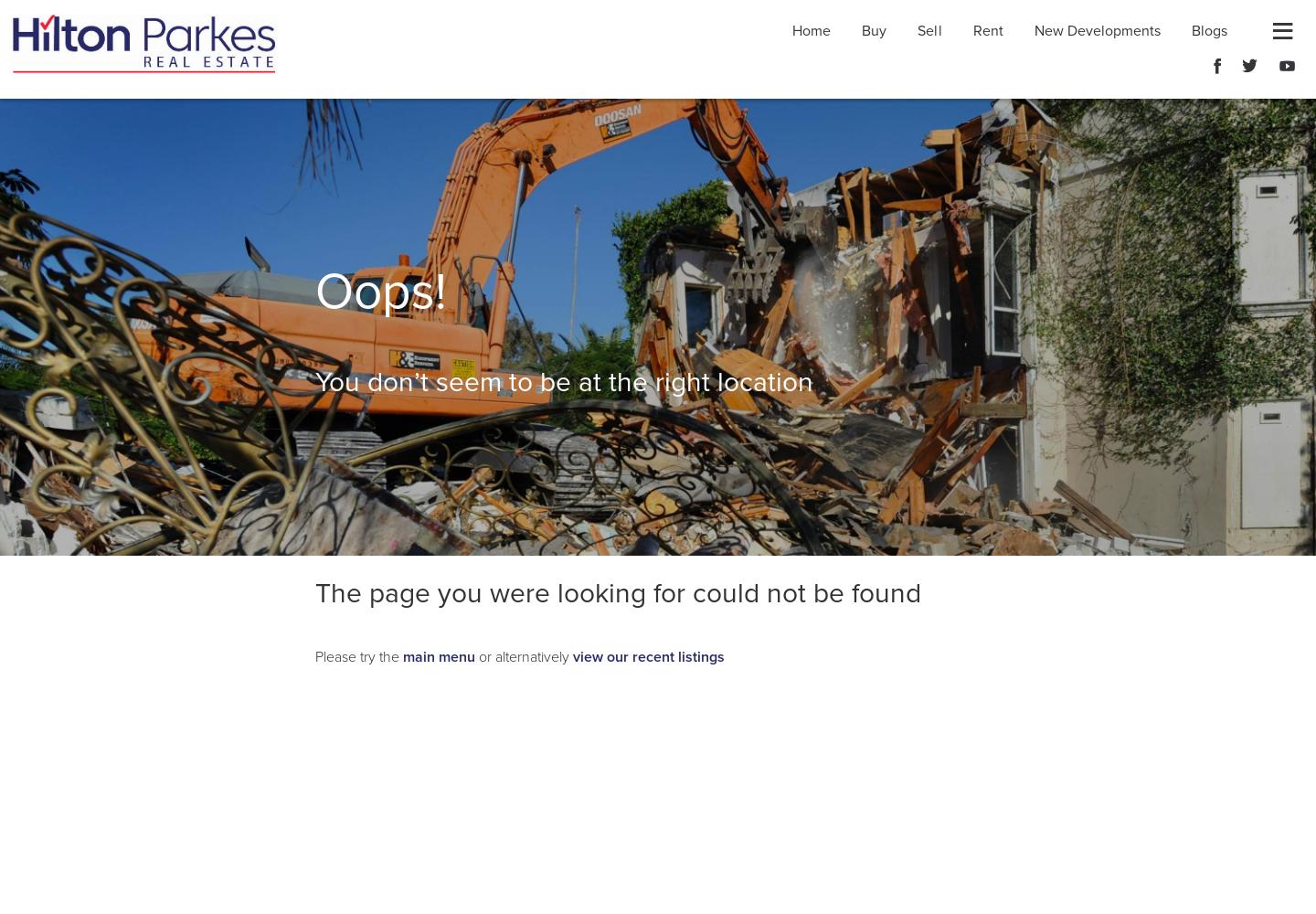 Image resolution: width=1316 pixels, height=914 pixels. I want to click on 'Blogs', so click(1207, 31).